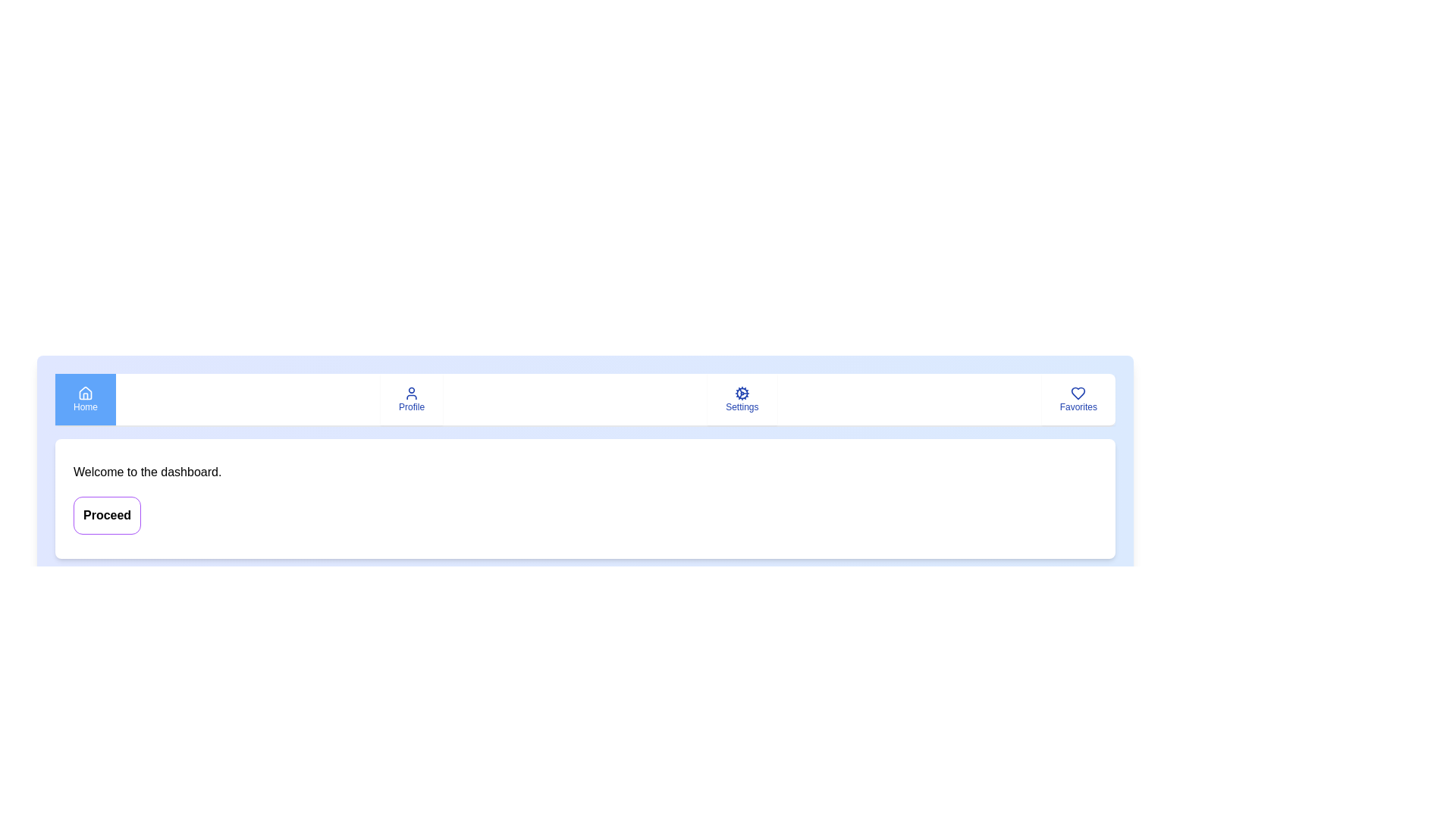 Image resolution: width=1456 pixels, height=819 pixels. I want to click on the tab button labeled Profile to observe its hover effect, so click(411, 399).